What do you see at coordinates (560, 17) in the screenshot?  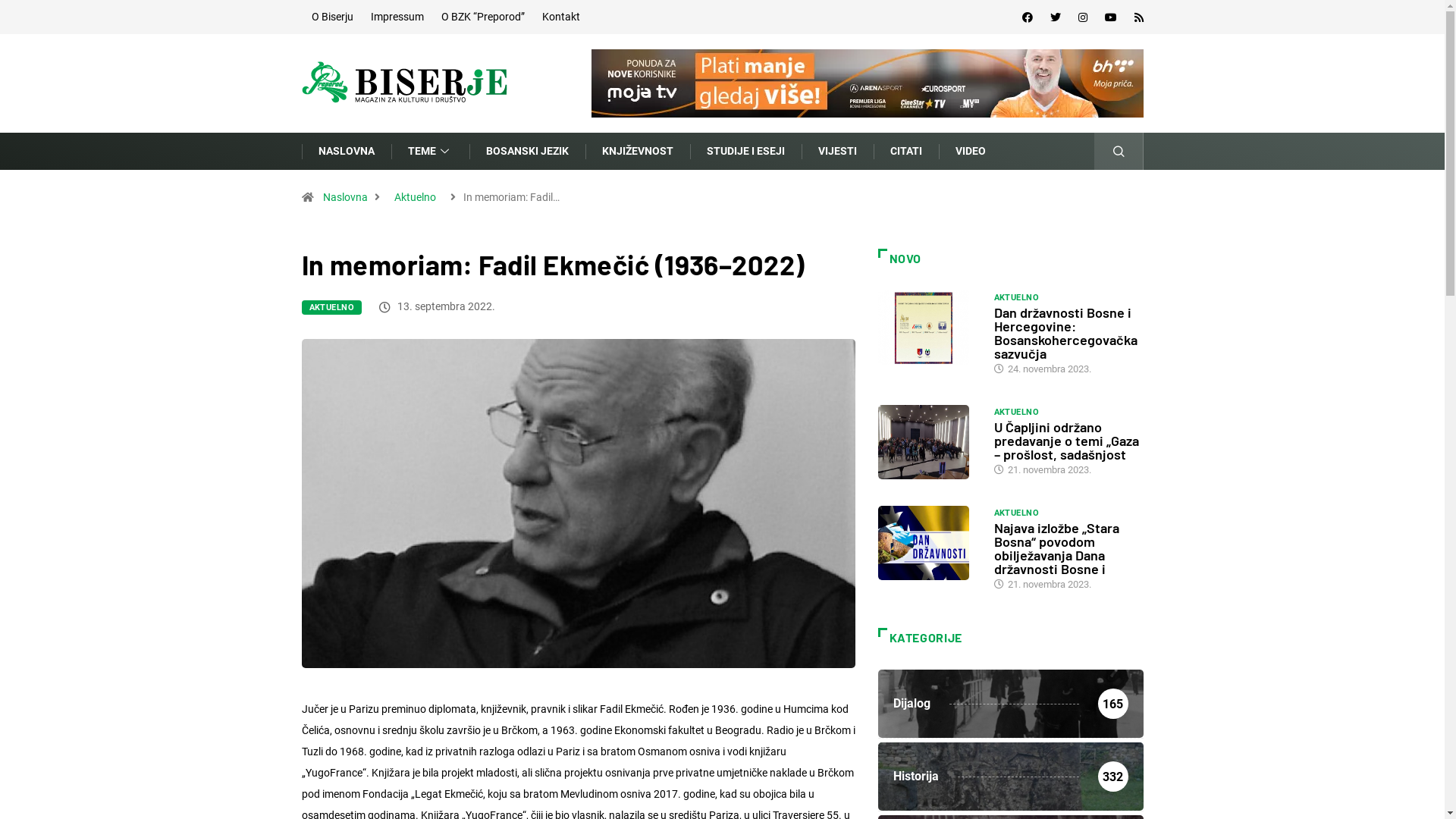 I see `'Kontakt'` at bounding box center [560, 17].